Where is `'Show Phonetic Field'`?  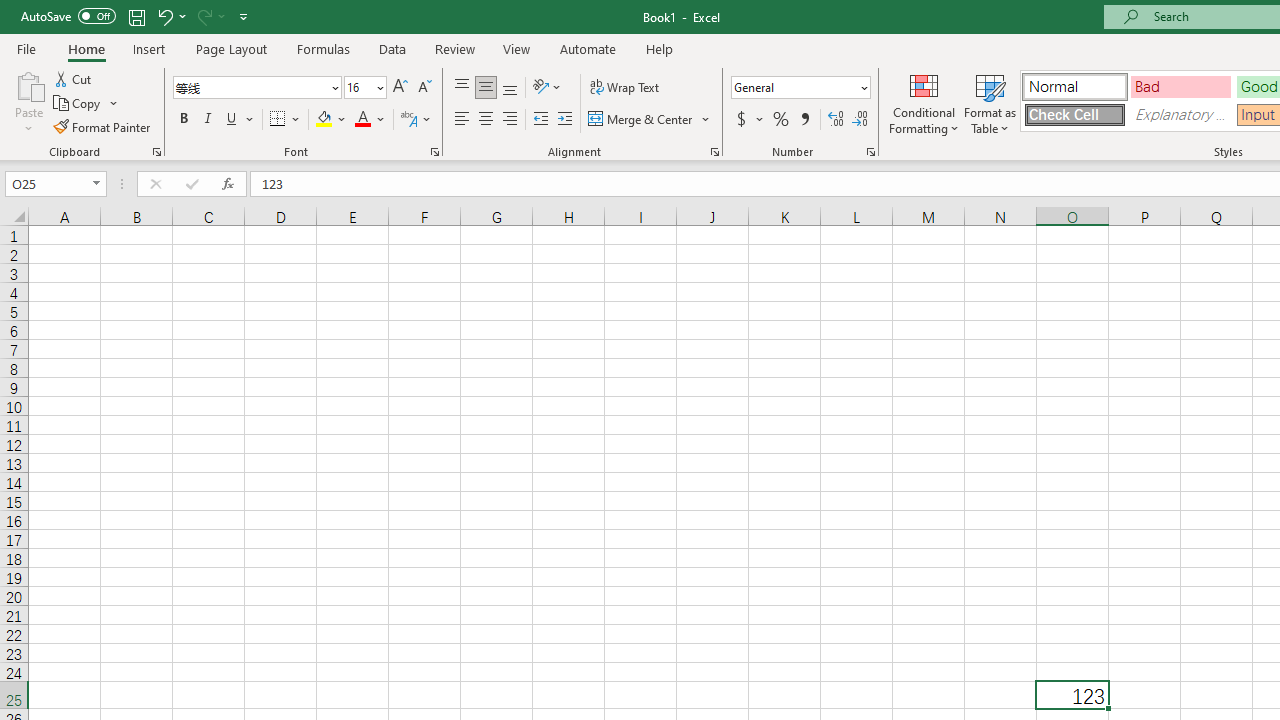
'Show Phonetic Field' is located at coordinates (415, 119).